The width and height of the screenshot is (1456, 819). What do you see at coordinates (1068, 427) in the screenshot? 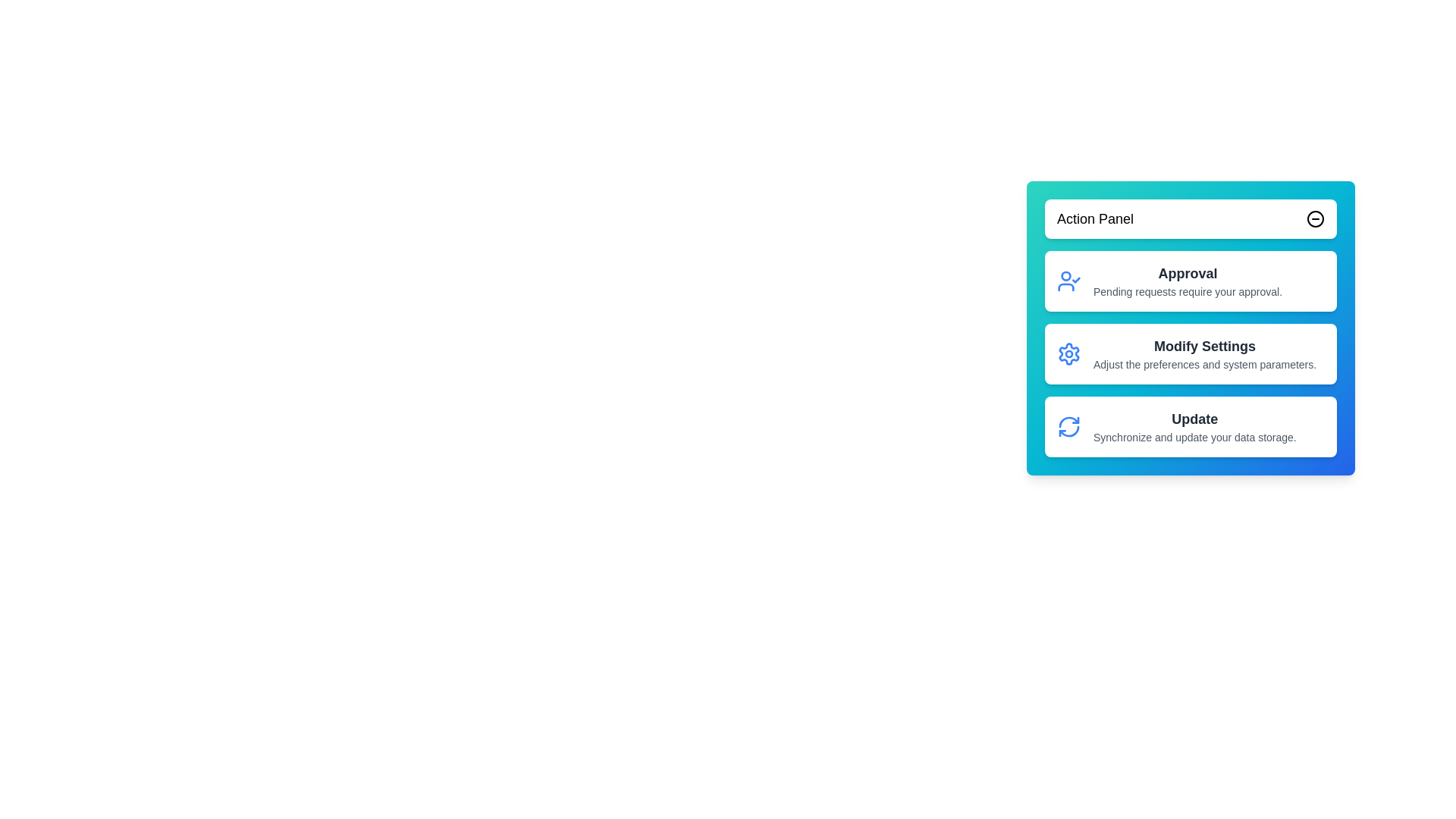
I see `the icon associated with the action Update` at bounding box center [1068, 427].